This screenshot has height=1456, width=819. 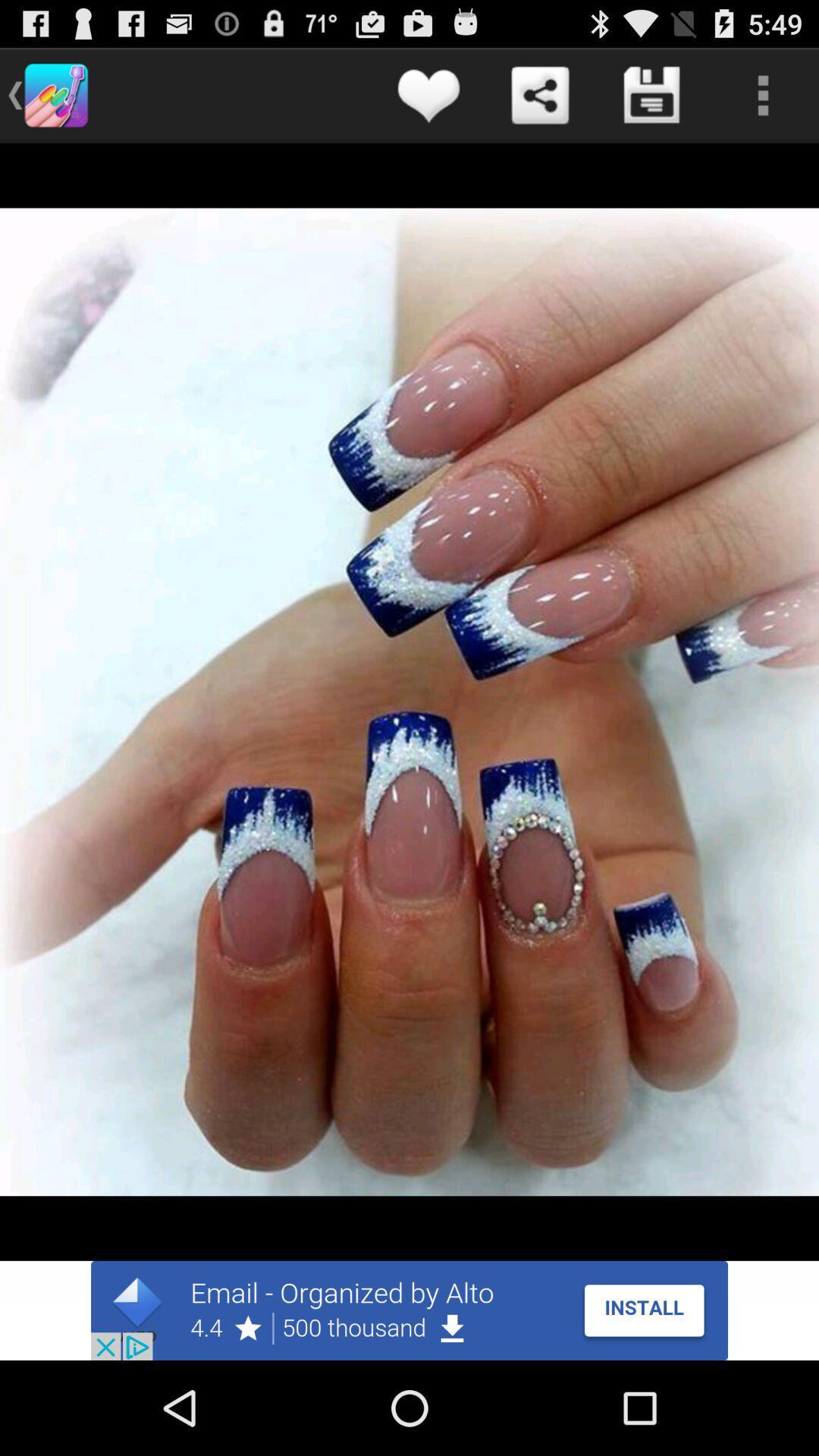 What do you see at coordinates (409, 1310) in the screenshot?
I see `open advertisement` at bounding box center [409, 1310].